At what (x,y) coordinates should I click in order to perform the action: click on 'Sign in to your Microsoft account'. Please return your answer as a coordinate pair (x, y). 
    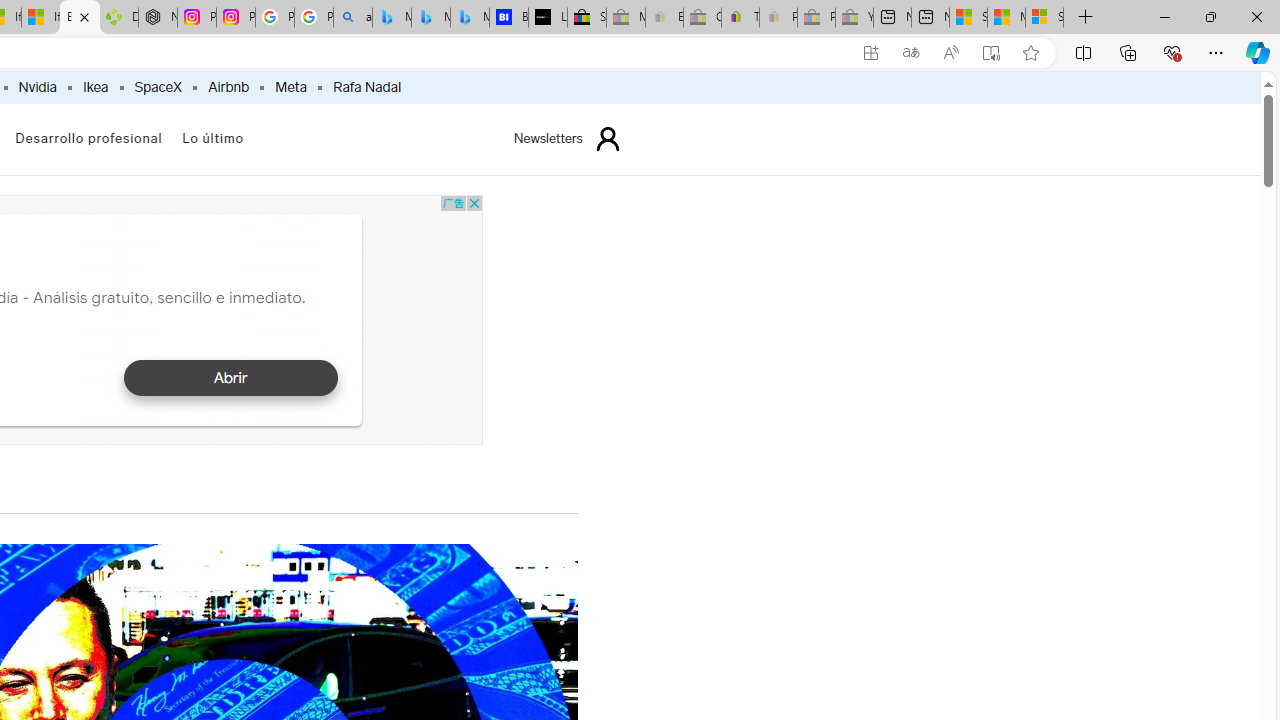
    Looking at the image, I should click on (1044, 17).